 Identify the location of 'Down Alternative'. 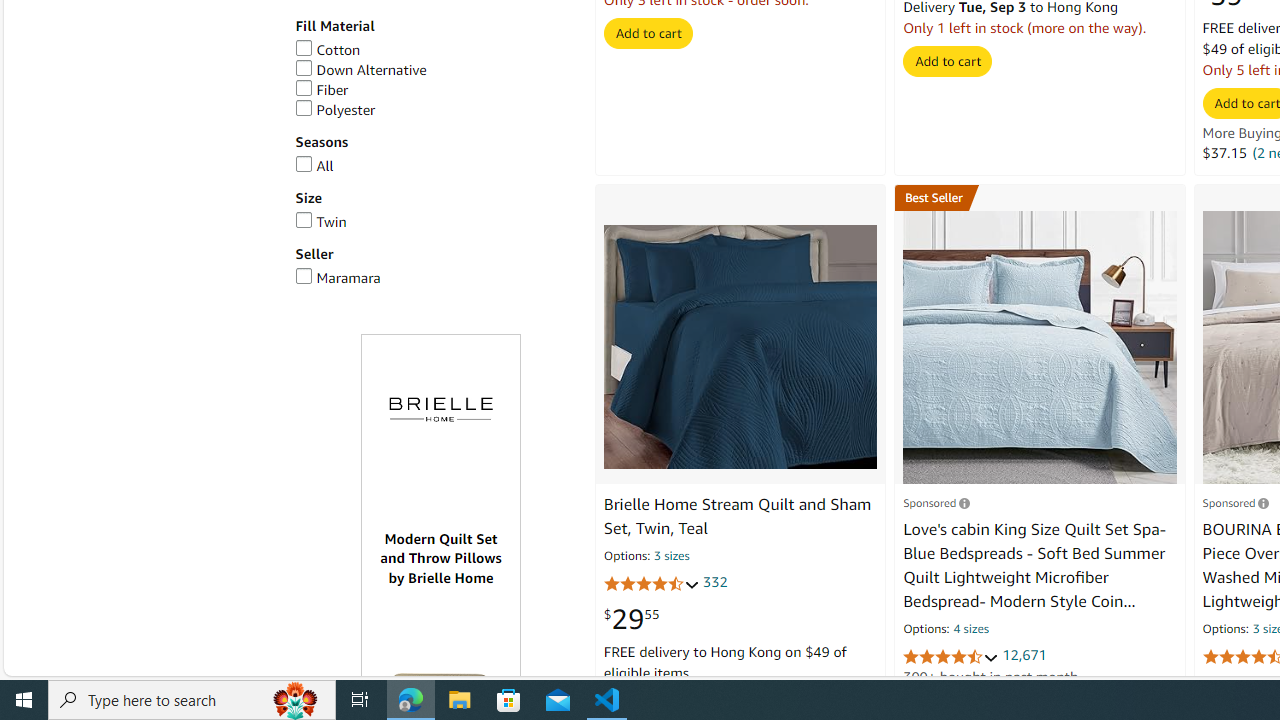
(433, 69).